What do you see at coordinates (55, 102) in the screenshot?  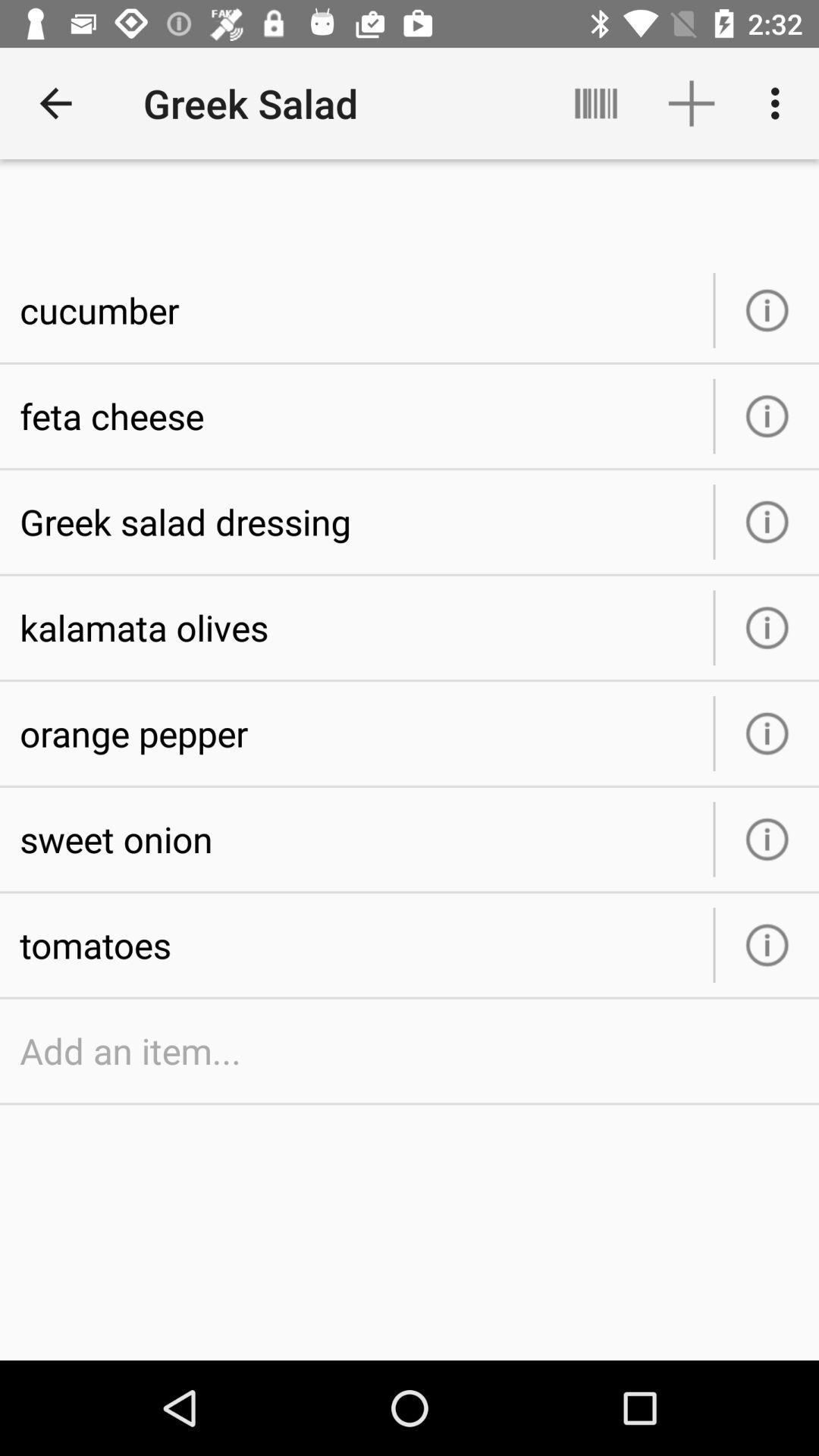 I see `the icon above cucumber icon` at bounding box center [55, 102].